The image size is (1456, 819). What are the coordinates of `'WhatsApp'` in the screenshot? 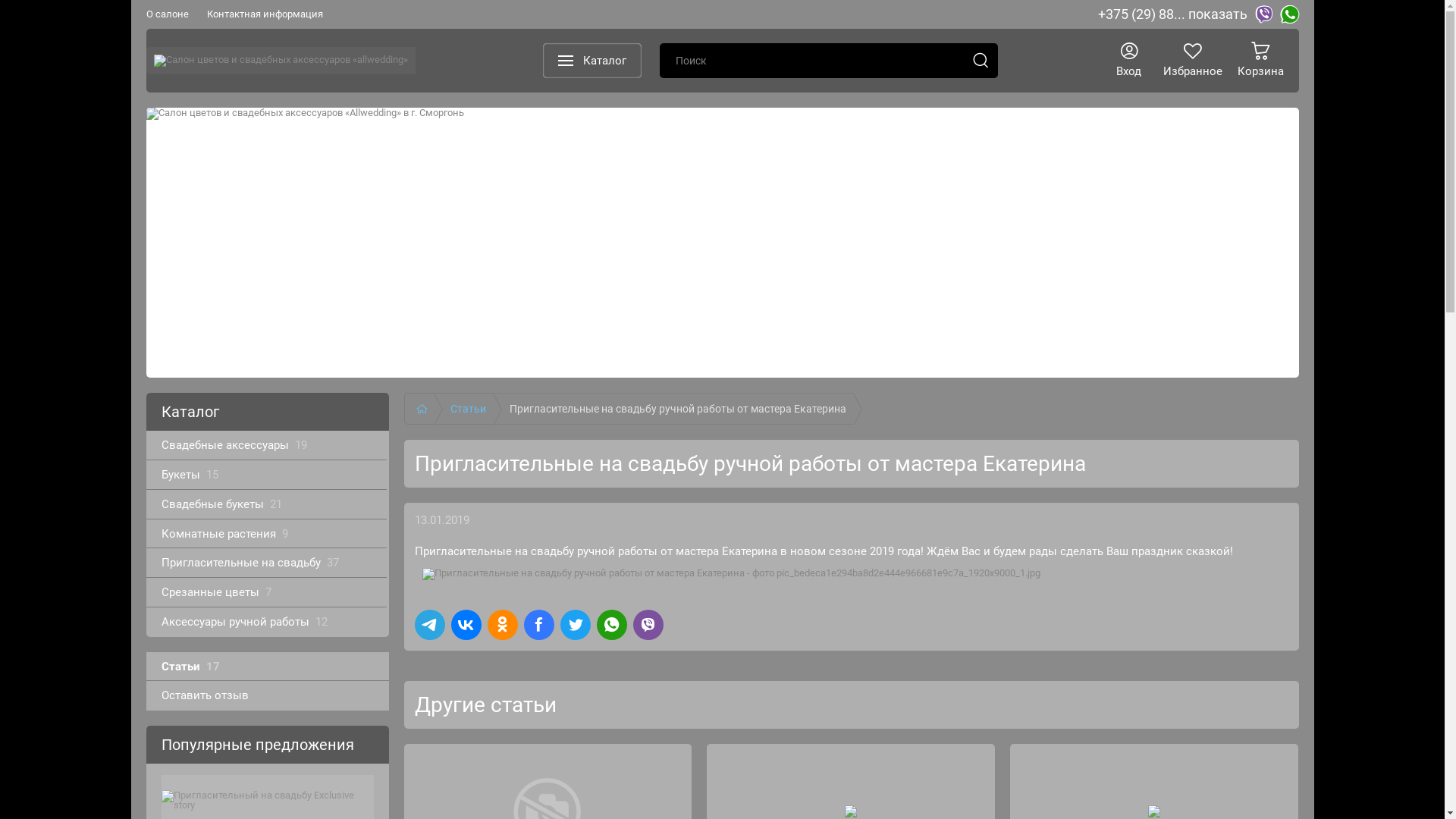 It's located at (1279, 14).